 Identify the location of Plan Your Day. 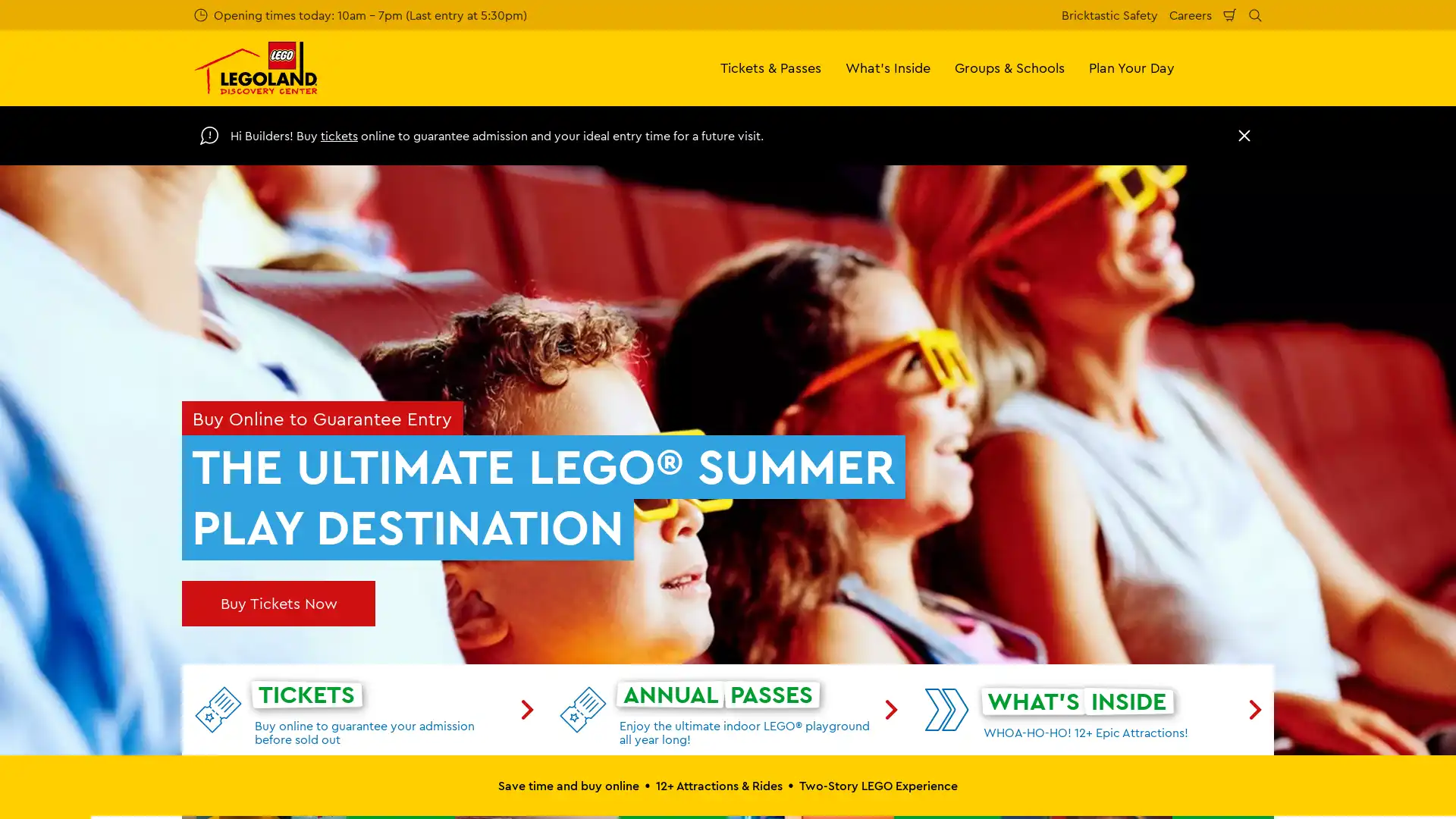
(1131, 67).